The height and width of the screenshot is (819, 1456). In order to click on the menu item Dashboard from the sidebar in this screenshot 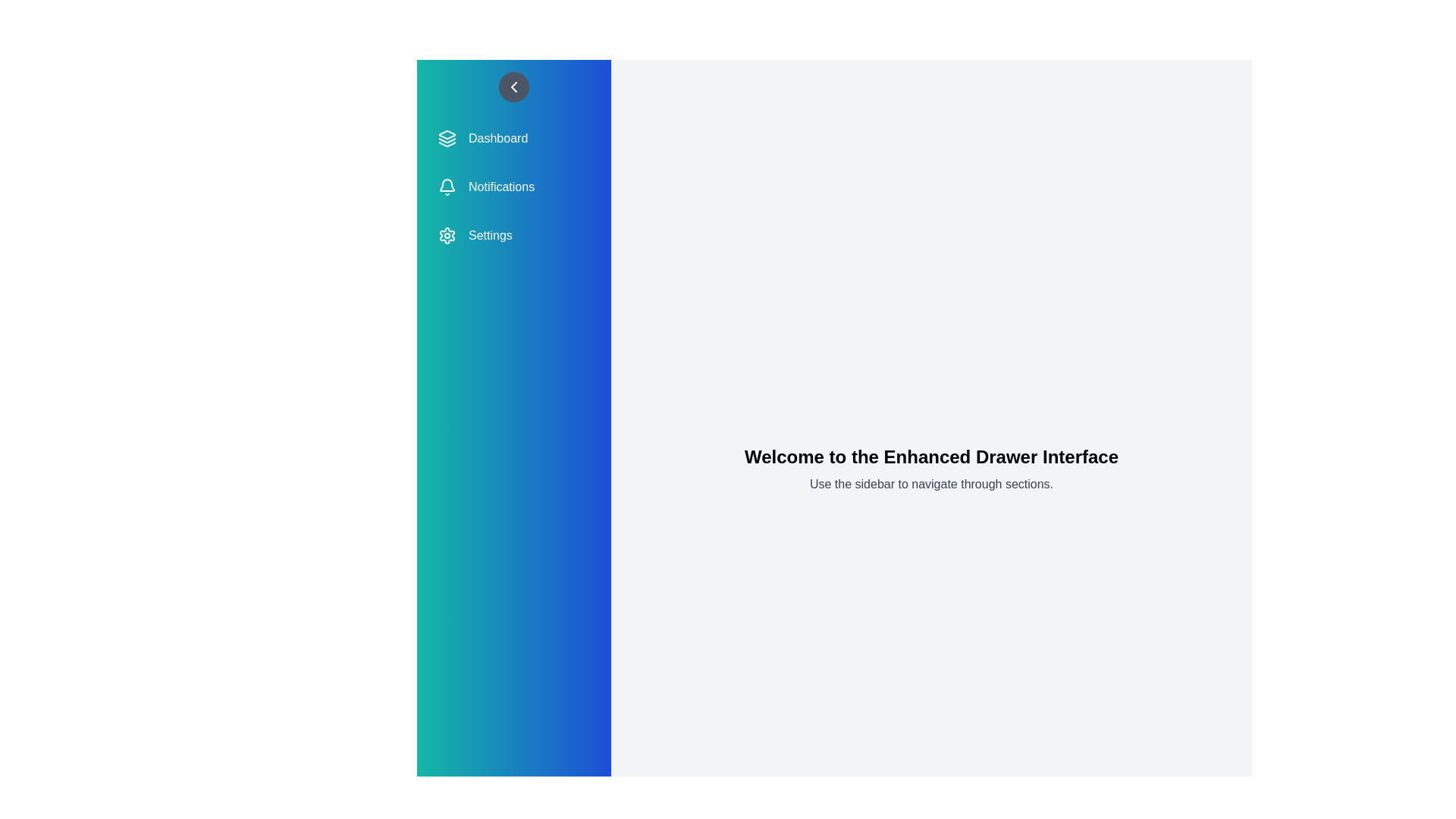, I will do `click(513, 138)`.